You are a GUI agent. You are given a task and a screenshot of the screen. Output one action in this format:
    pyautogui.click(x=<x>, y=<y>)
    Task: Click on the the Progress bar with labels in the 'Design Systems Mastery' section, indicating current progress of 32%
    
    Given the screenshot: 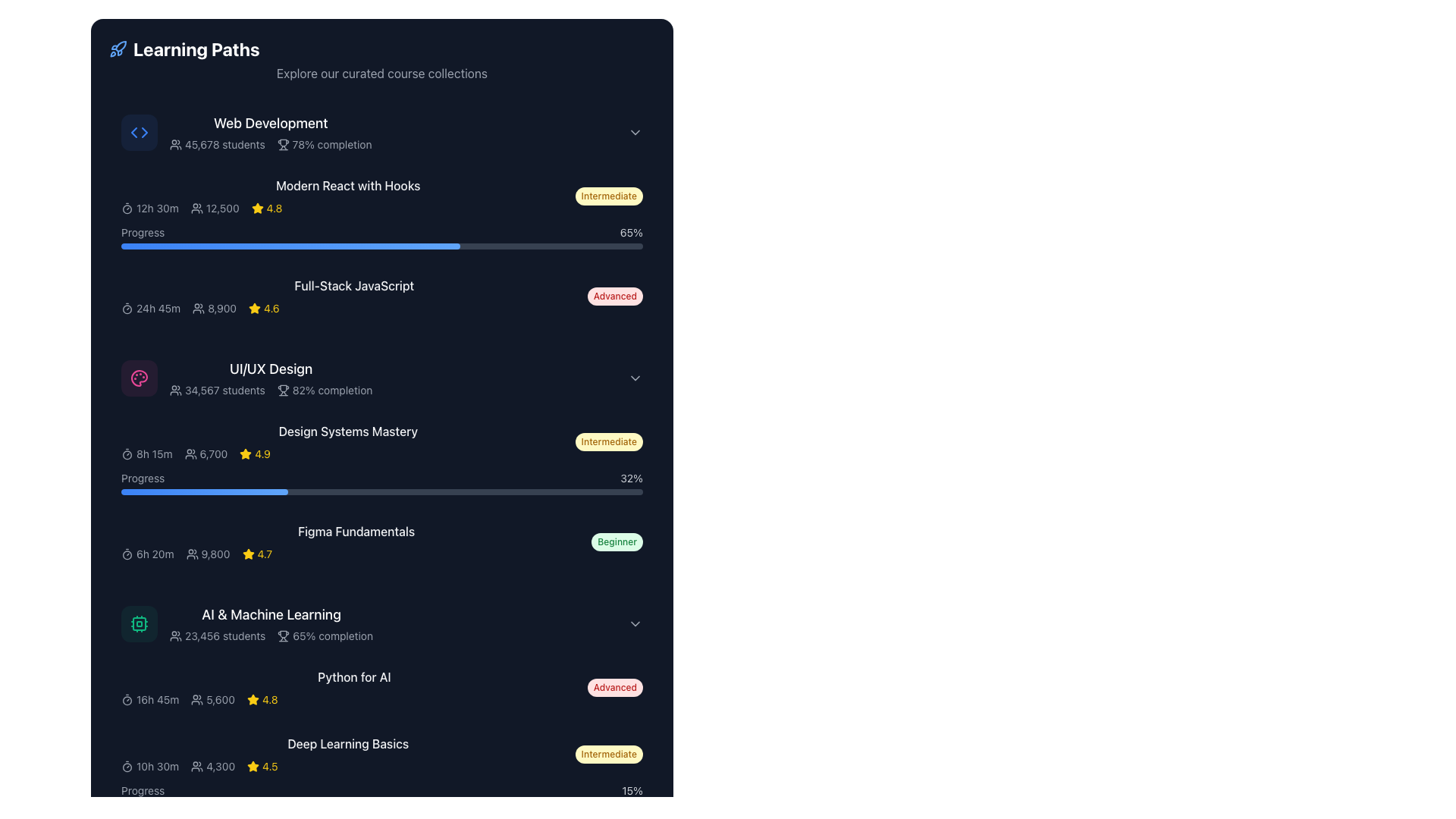 What is the action you would take?
    pyautogui.click(x=382, y=482)
    